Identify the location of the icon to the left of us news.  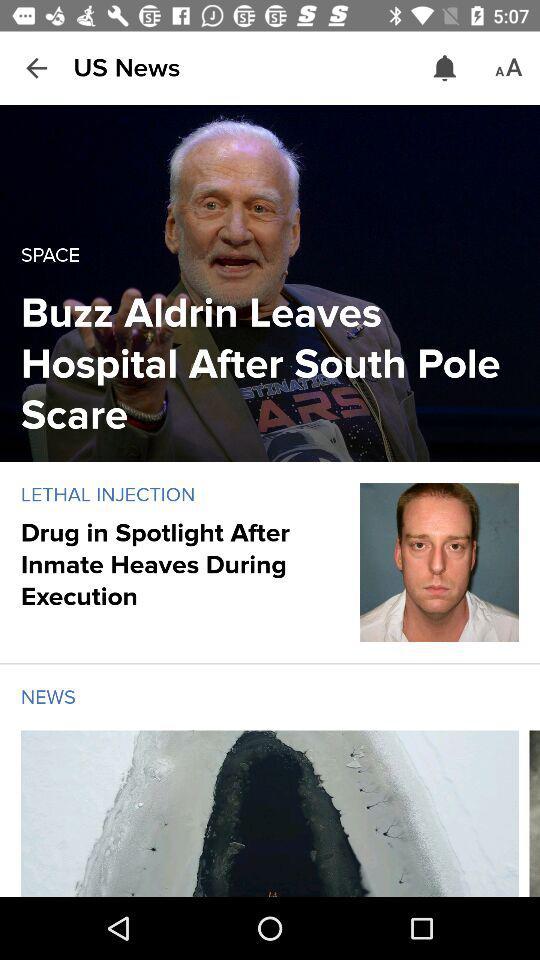
(36, 68).